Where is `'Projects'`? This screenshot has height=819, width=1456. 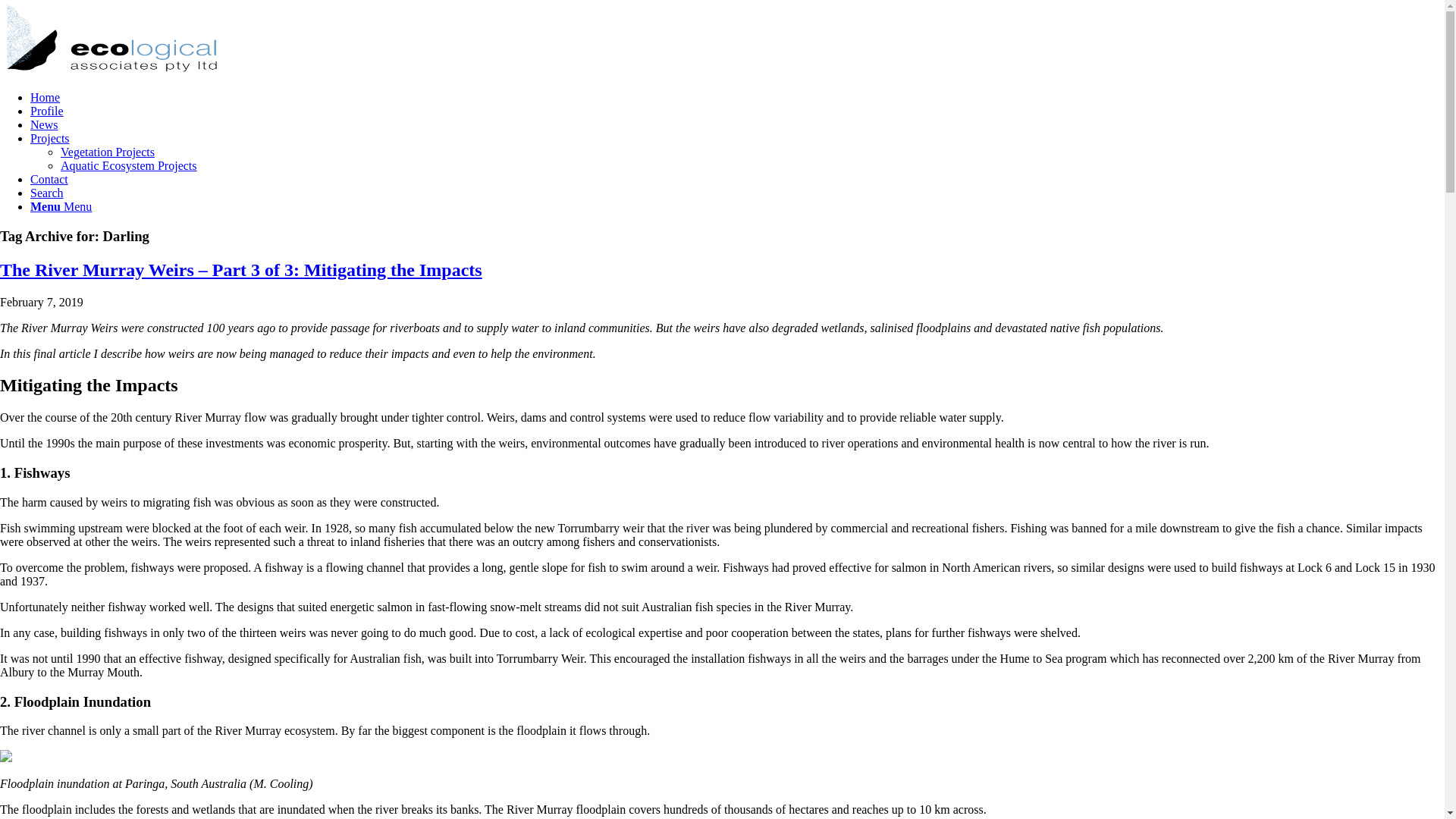 'Projects' is located at coordinates (50, 138).